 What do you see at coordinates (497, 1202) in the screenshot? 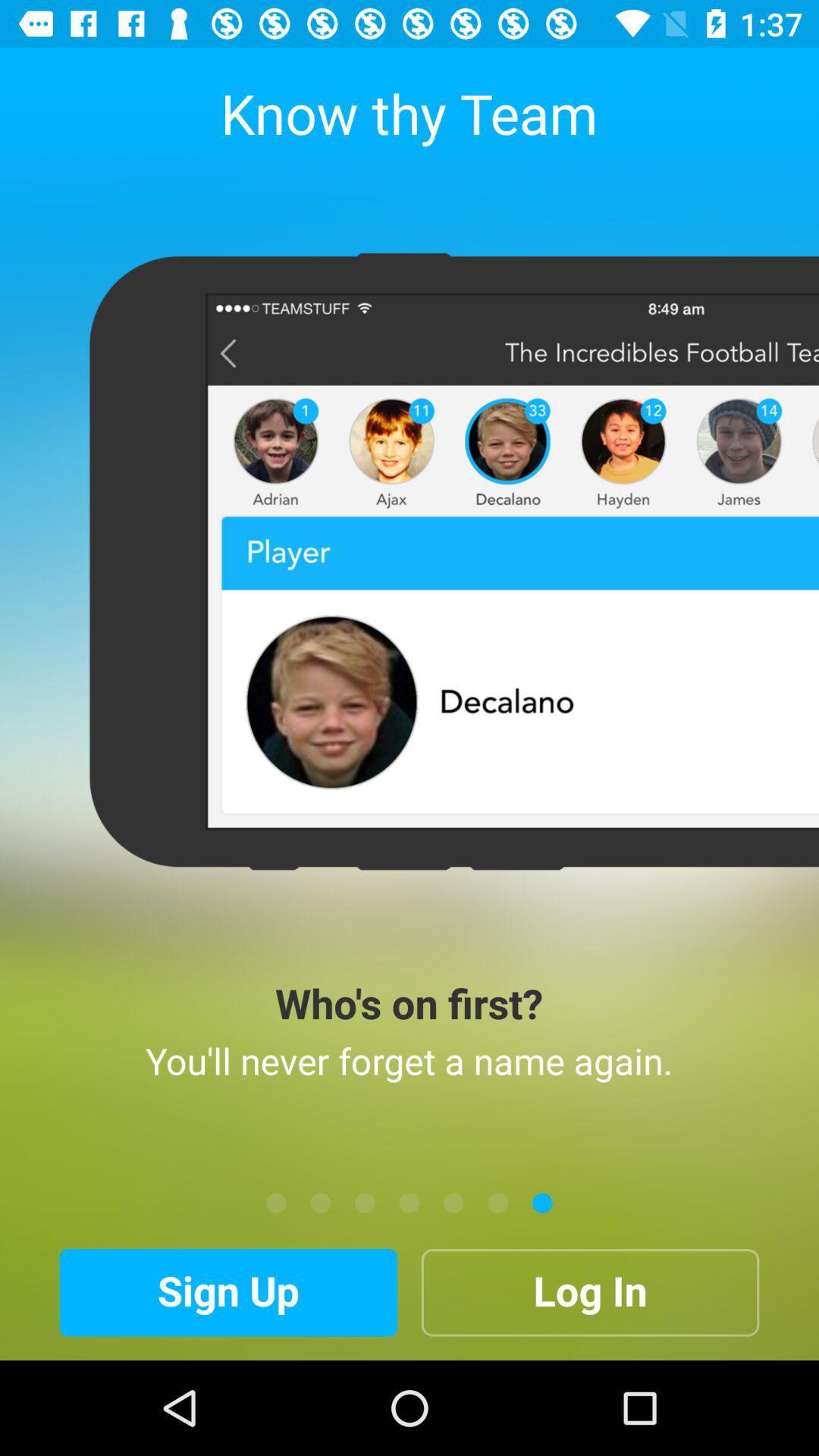
I see `sixth tile` at bounding box center [497, 1202].